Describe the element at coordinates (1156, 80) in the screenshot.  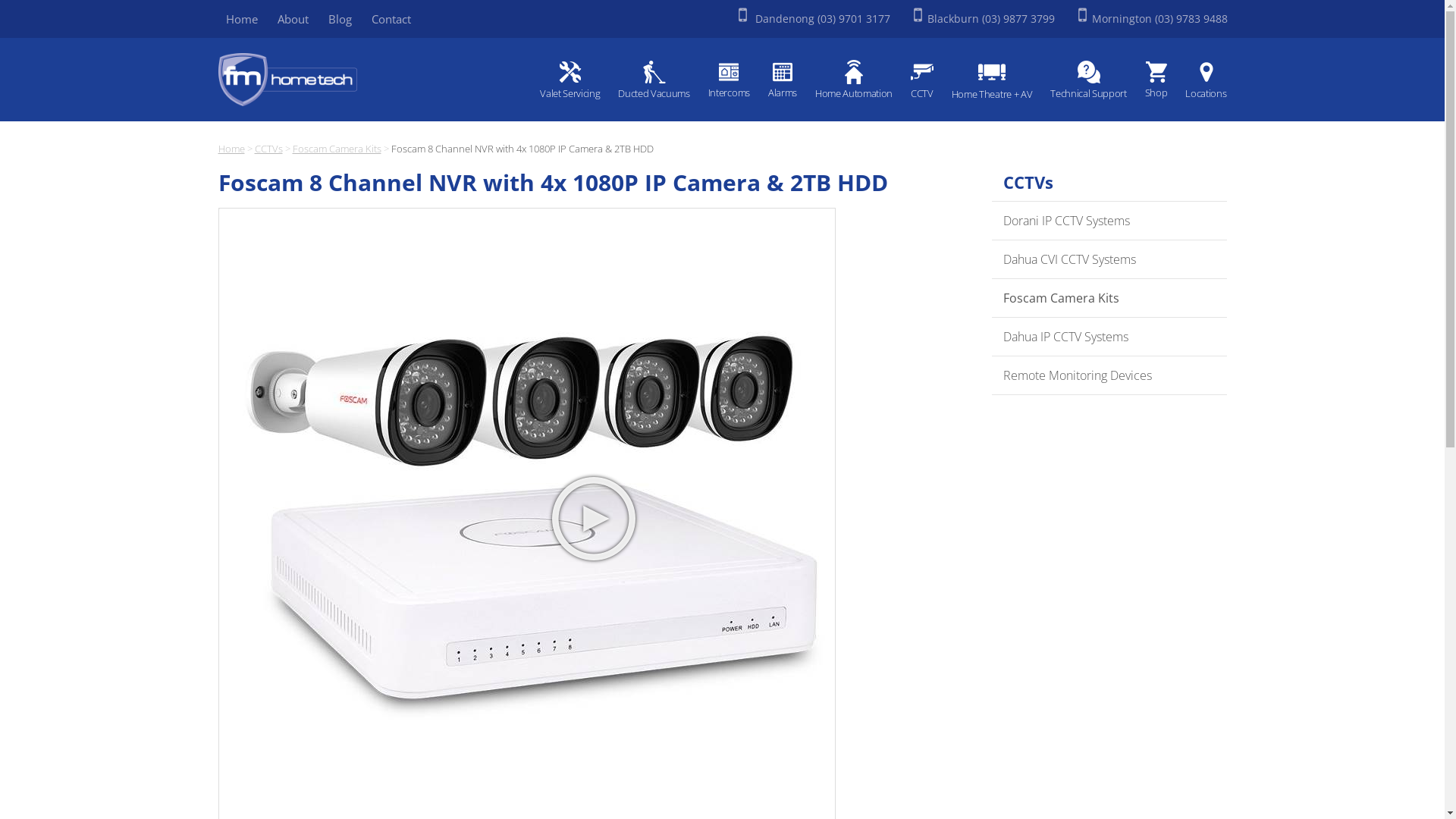
I see `'Shop'` at that location.